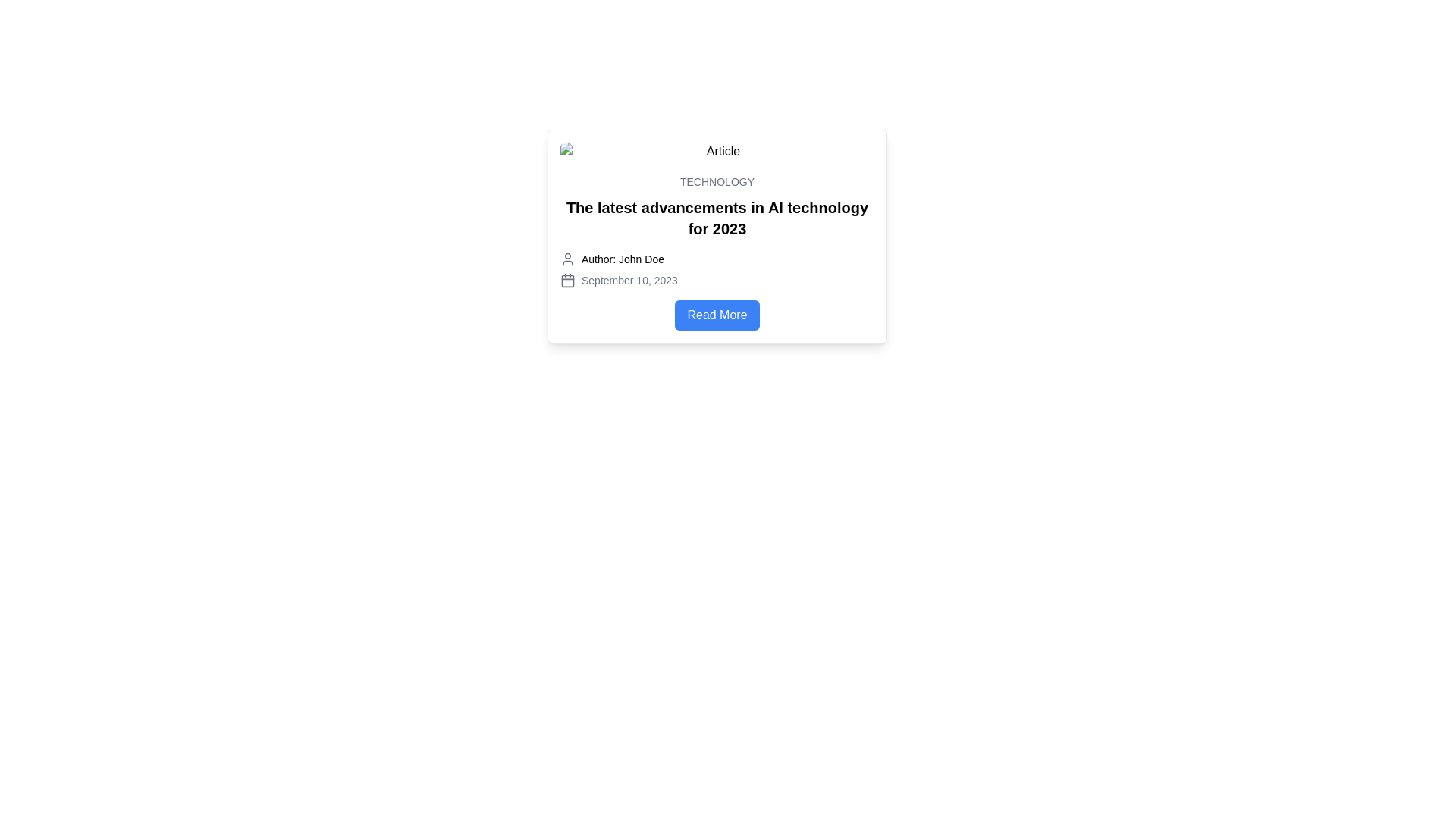  Describe the element at coordinates (566, 281) in the screenshot. I see `the calendar icon located to the left of the text 'September 10, 2023' for contextual action` at that location.